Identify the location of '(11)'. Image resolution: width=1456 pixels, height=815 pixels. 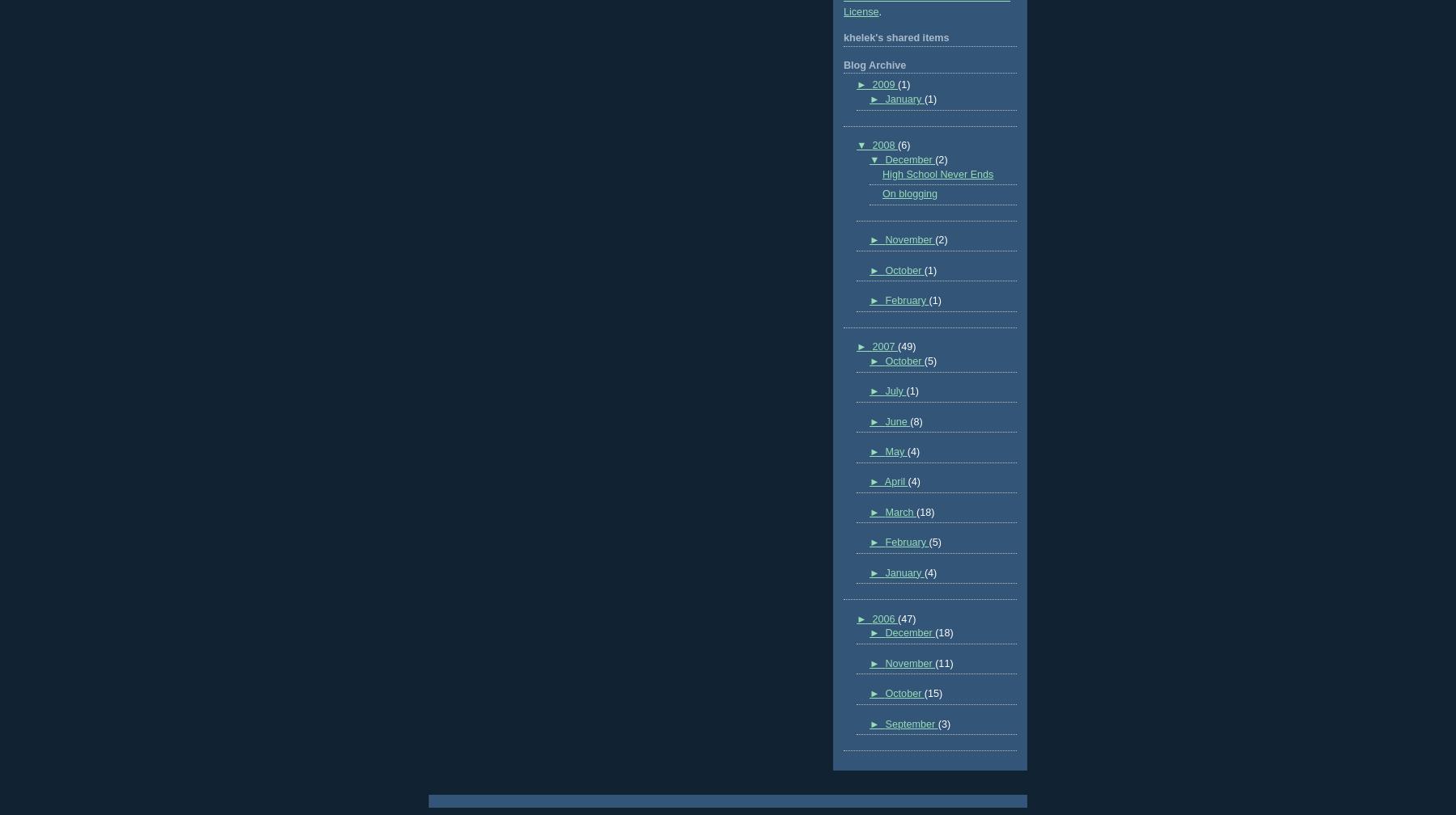
(942, 663).